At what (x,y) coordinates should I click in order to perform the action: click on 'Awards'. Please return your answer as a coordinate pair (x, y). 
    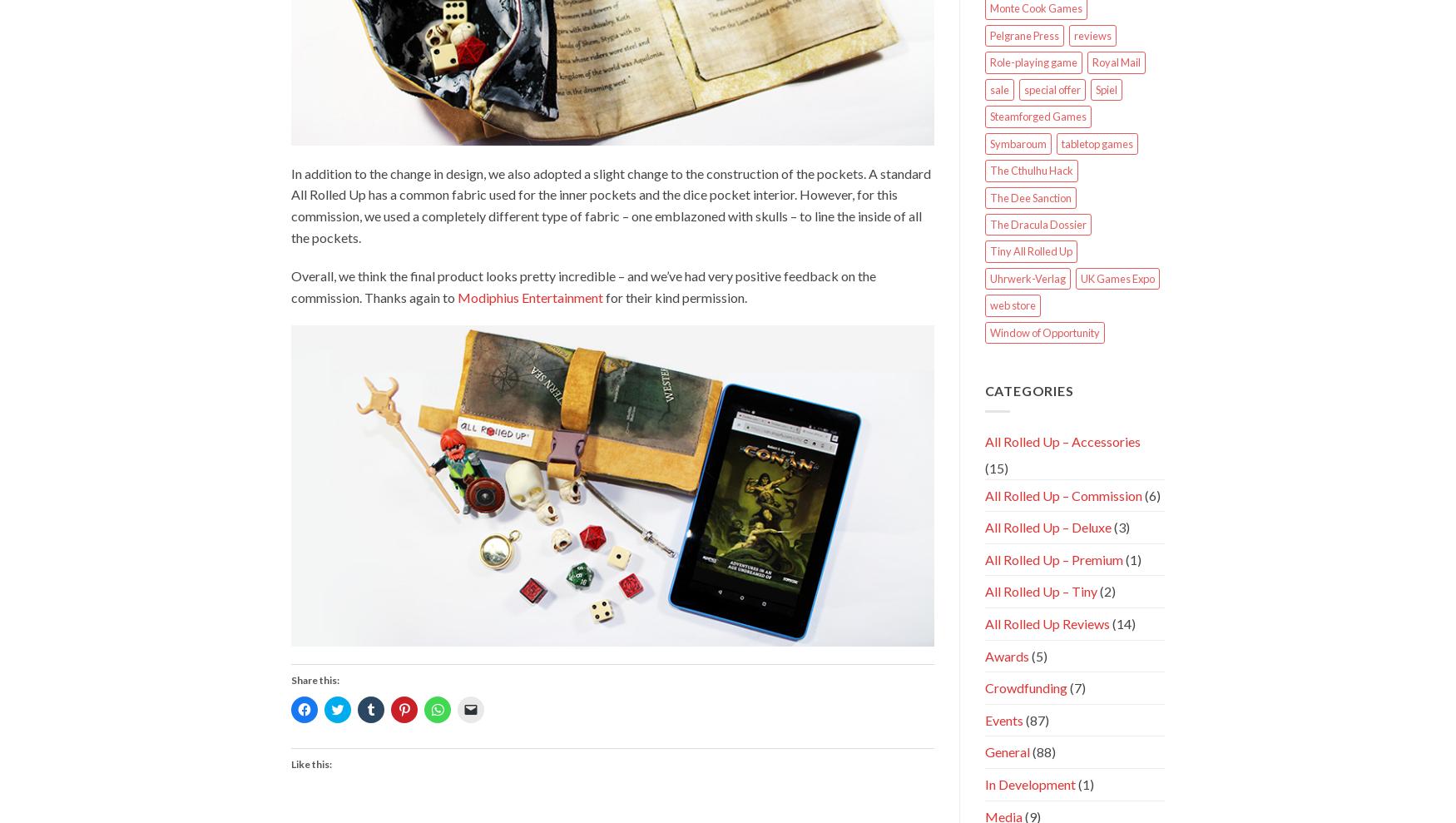
    Looking at the image, I should click on (983, 654).